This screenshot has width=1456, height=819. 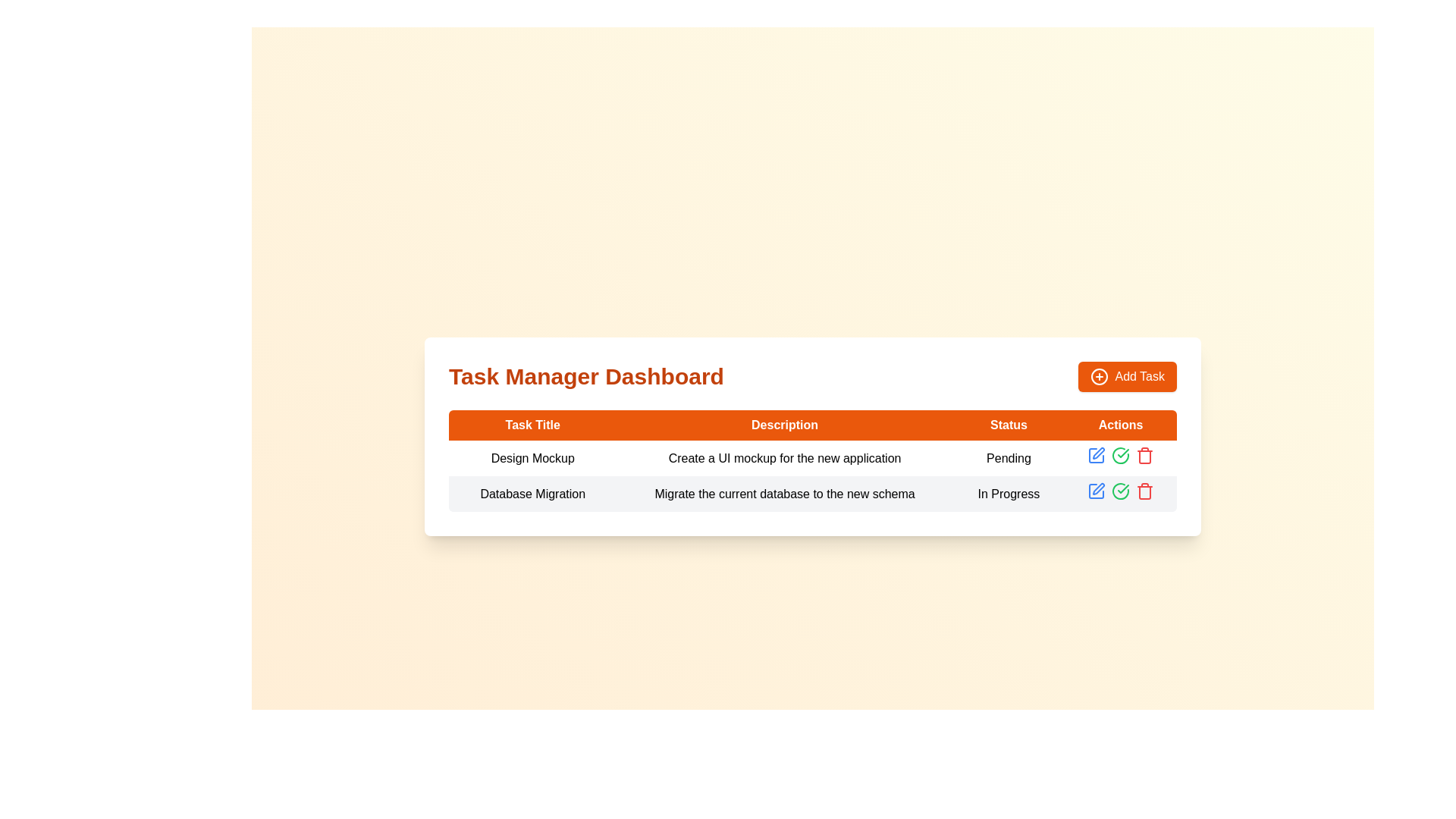 I want to click on the confirmation button with an SVG icon in the second row of the table under the 'Actions' column, so click(x=1121, y=491).